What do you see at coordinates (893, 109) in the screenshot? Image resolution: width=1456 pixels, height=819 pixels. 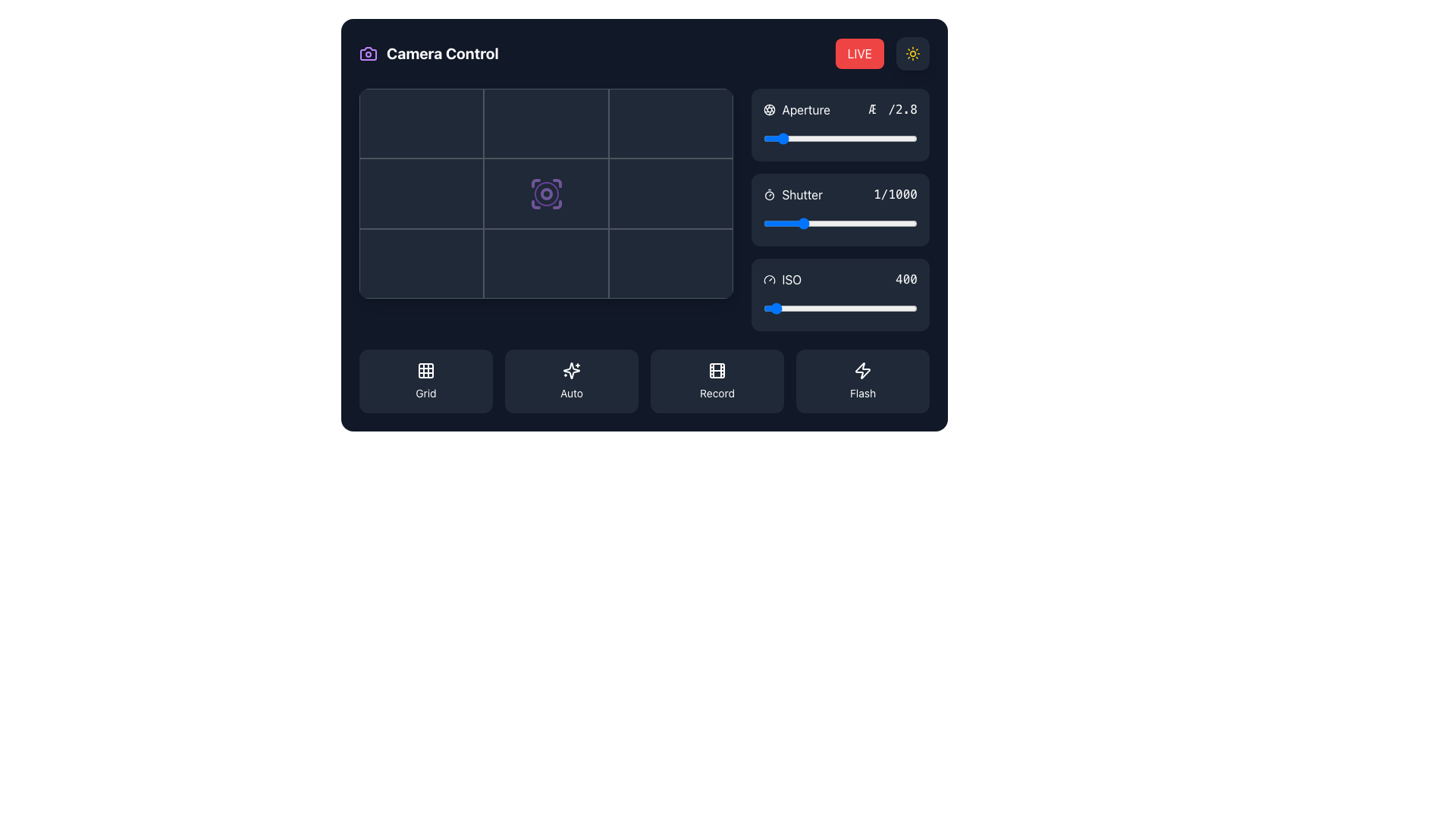 I see `the Informational Label displaying 'Æƒ/2.8' located in the top-right section of the interface within the 'Aperture' control group` at bounding box center [893, 109].